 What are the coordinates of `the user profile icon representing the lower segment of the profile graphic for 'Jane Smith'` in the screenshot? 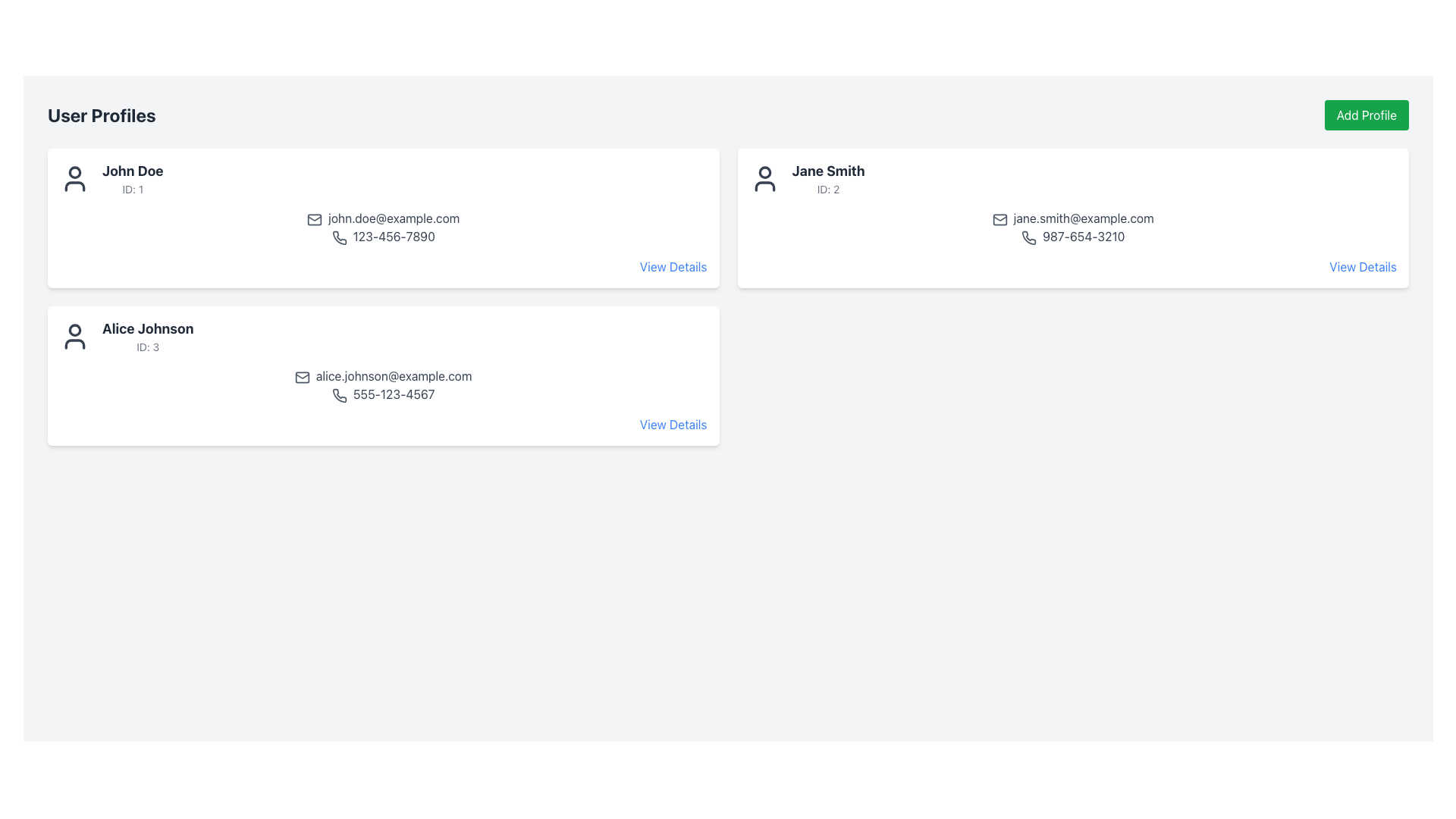 It's located at (764, 186).